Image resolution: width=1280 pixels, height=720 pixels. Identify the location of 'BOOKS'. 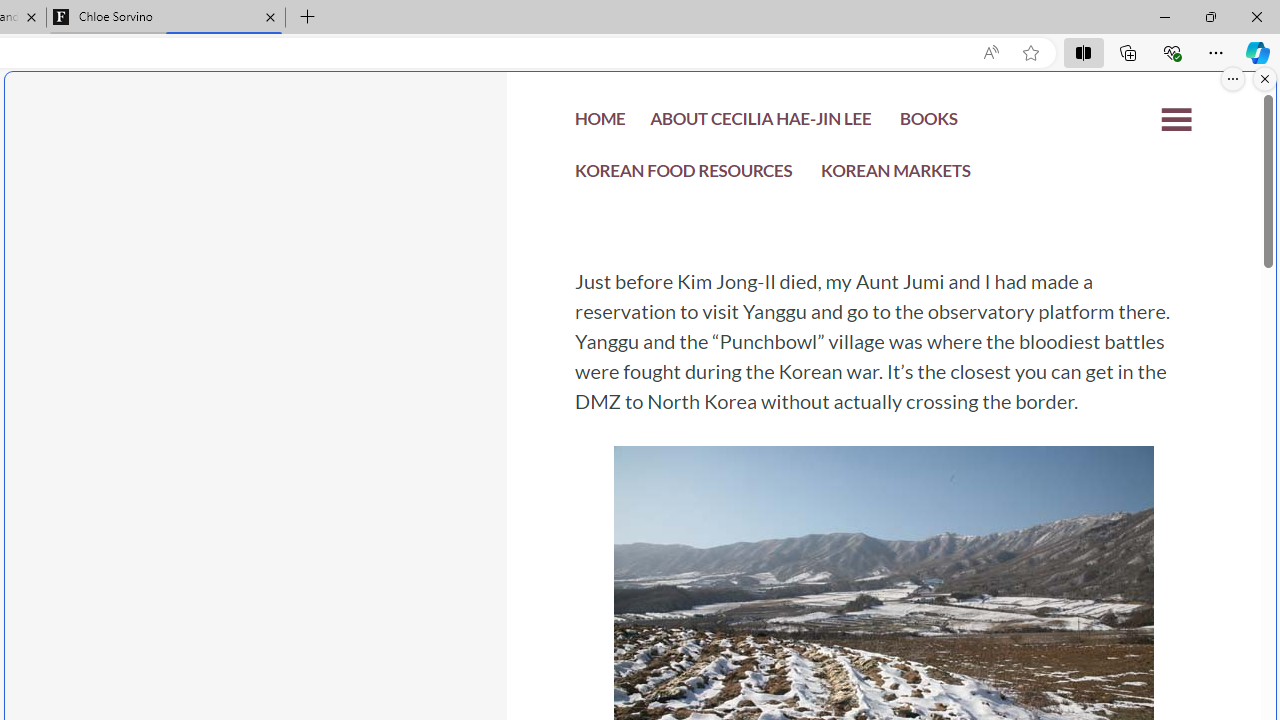
(927, 122).